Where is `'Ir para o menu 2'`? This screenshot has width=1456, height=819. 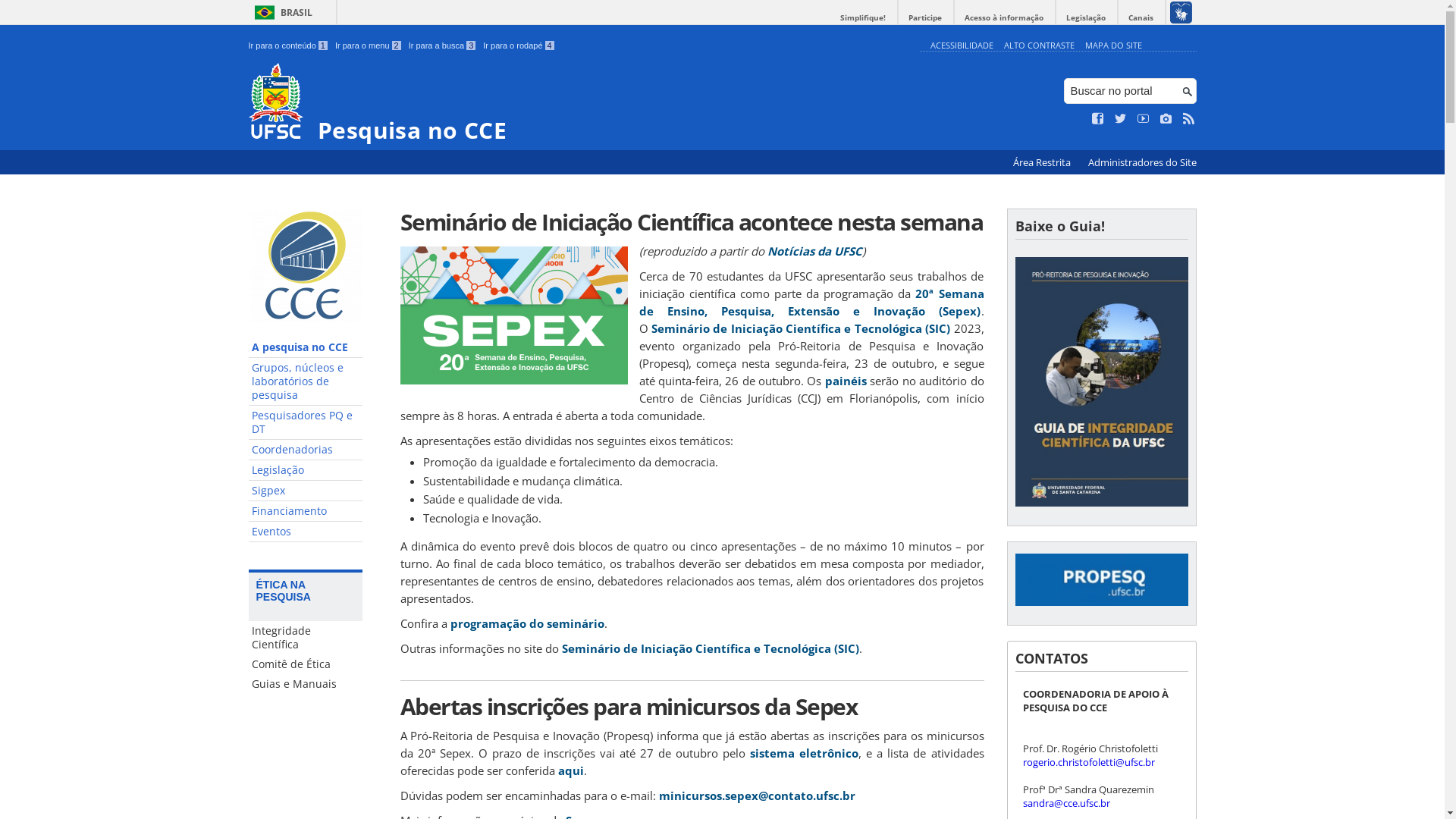
'Ir para o menu 2' is located at coordinates (368, 45).